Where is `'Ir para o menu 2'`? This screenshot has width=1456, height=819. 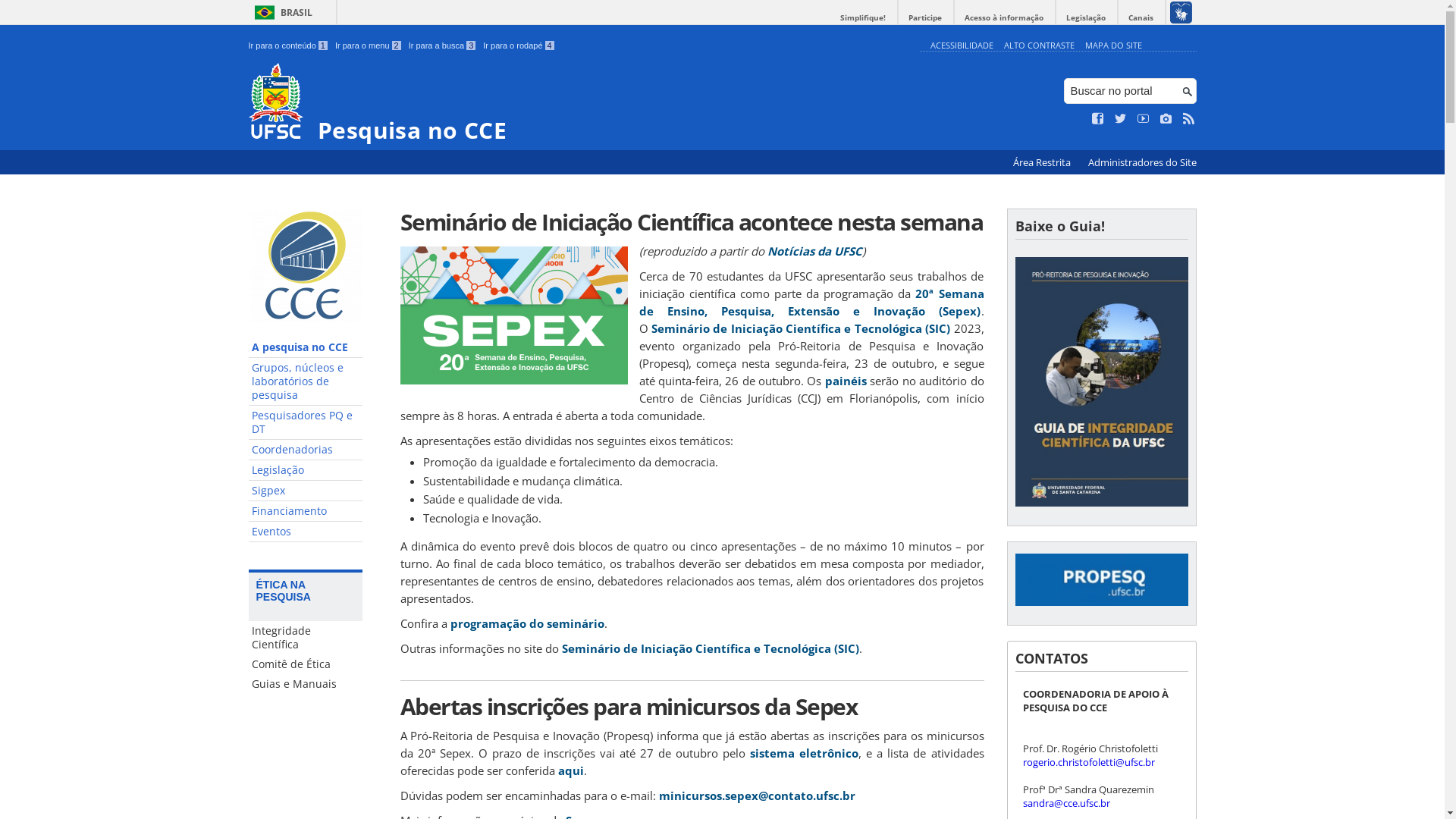
'Ir para o menu 2' is located at coordinates (368, 45).